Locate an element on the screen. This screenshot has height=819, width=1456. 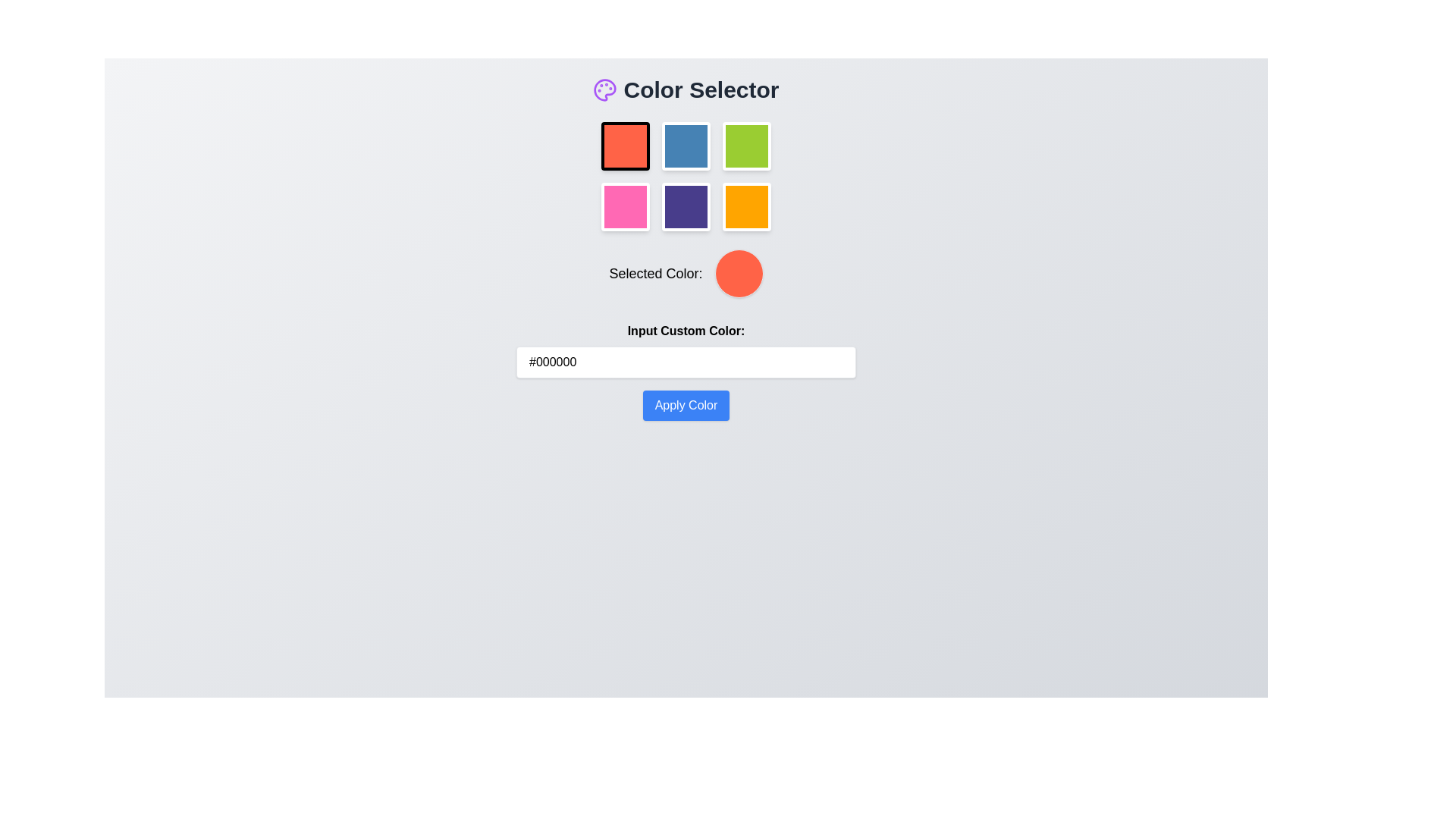
the fifth button in the color selection grid below the title 'Color Selector' is located at coordinates (686, 207).